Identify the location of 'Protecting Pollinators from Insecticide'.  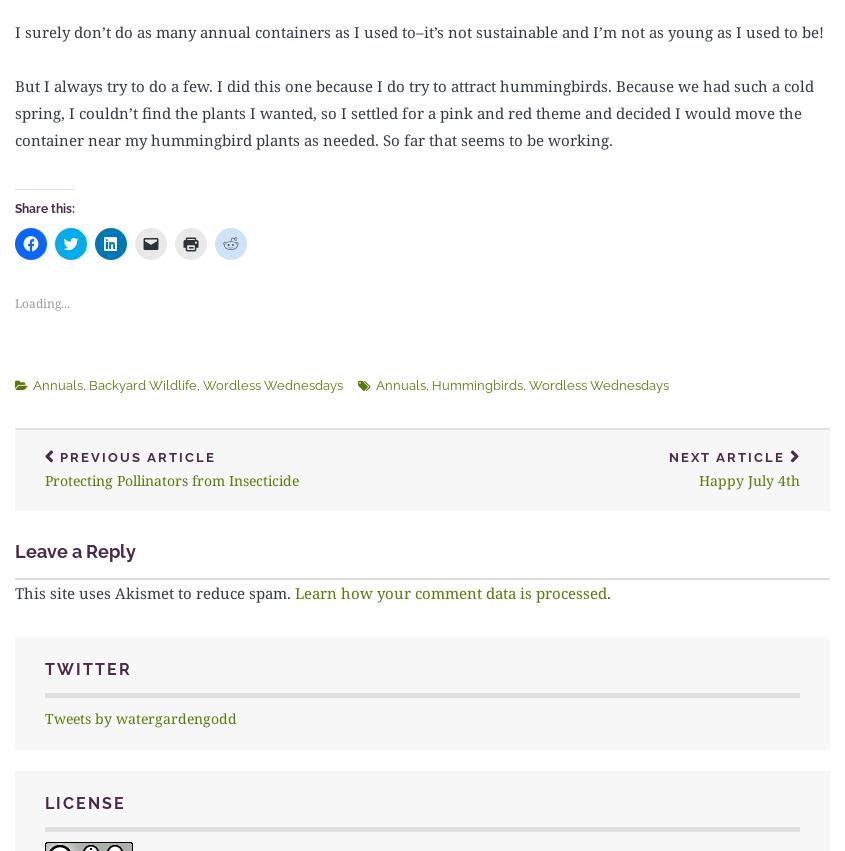
(171, 479).